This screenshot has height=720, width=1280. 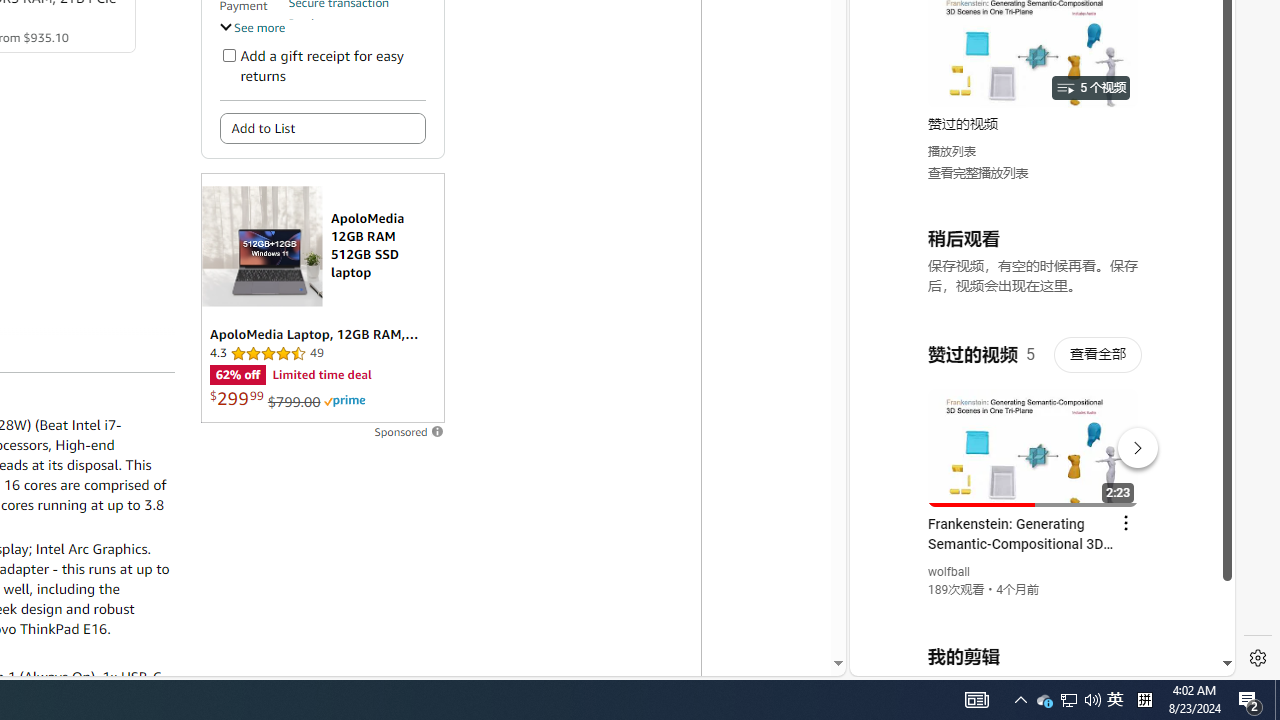 I want to click on 'Prime', so click(x=344, y=401).